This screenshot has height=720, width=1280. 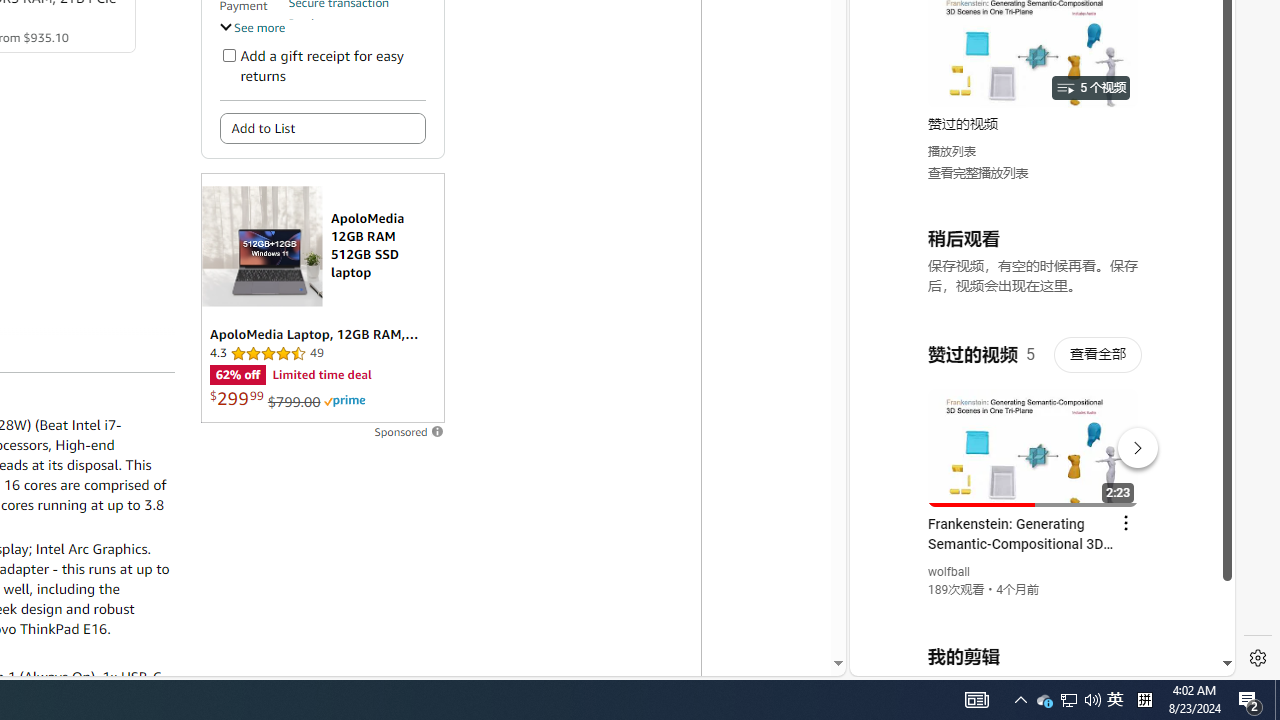 I want to click on 'Prime', so click(x=344, y=401).